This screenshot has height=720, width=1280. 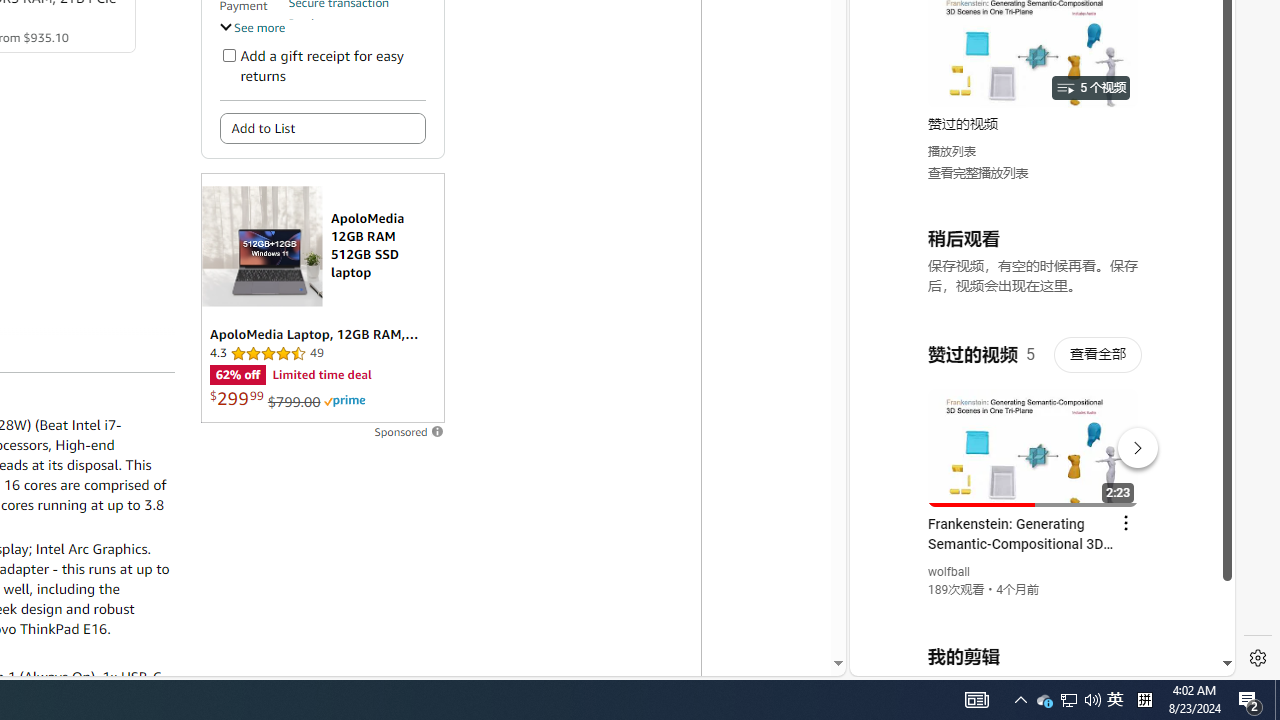 I want to click on 'Prime', so click(x=344, y=401).